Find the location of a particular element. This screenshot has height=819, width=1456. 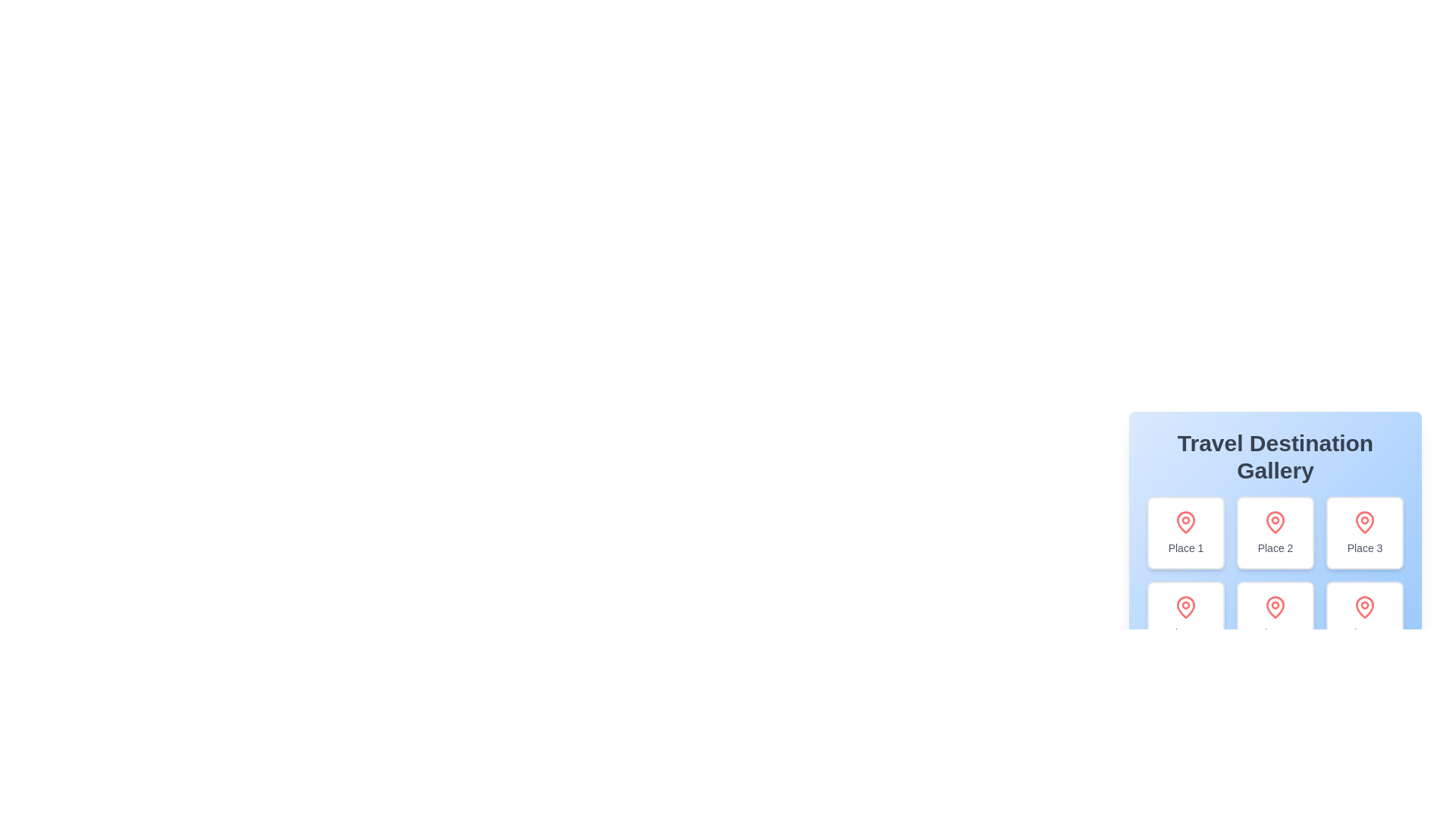

the icon representing 'Place 3' located in the top-right card of the 'Travel Destination Gallery' is located at coordinates (1365, 522).